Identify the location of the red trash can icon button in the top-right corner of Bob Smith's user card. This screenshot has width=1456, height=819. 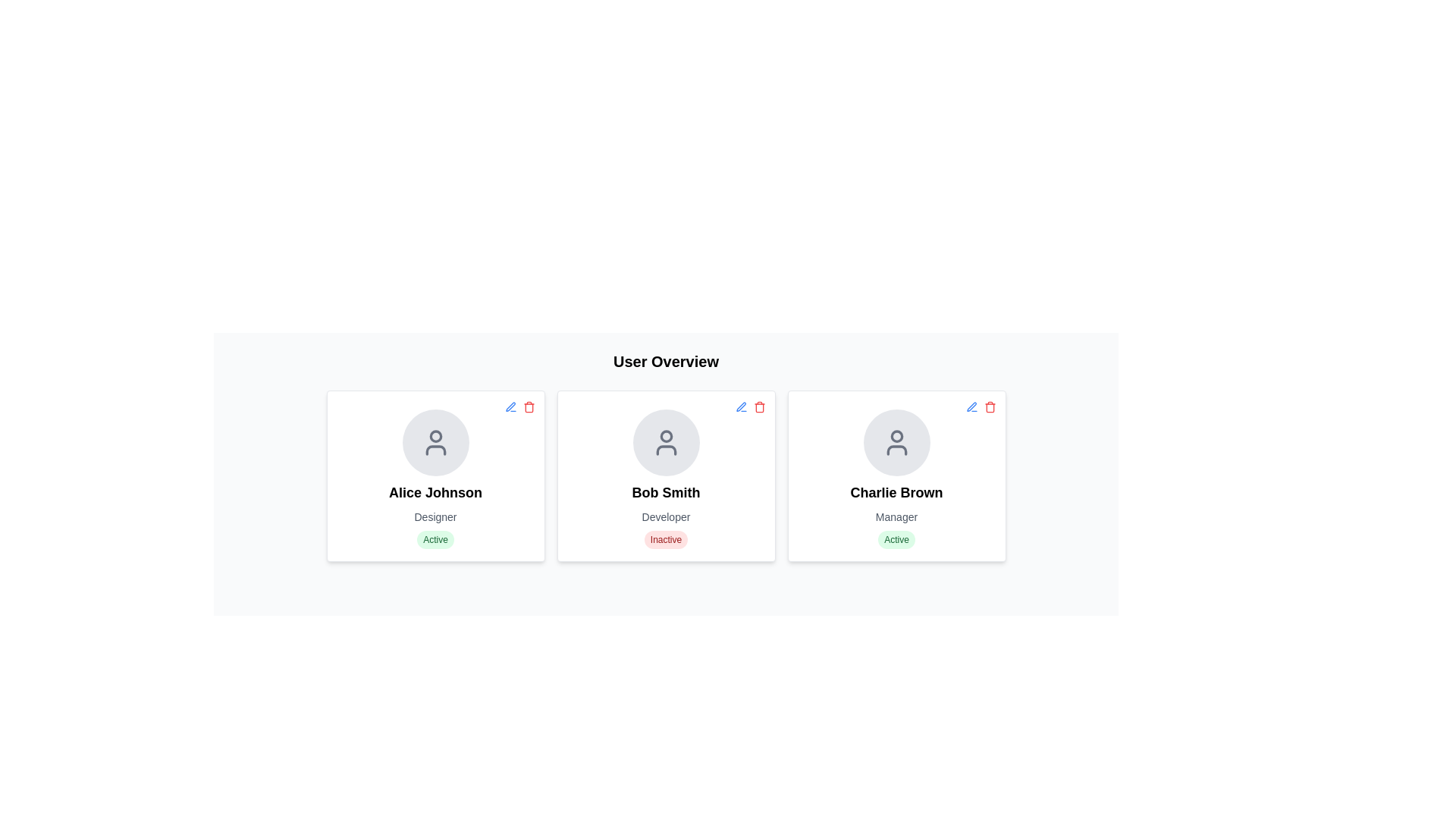
(759, 406).